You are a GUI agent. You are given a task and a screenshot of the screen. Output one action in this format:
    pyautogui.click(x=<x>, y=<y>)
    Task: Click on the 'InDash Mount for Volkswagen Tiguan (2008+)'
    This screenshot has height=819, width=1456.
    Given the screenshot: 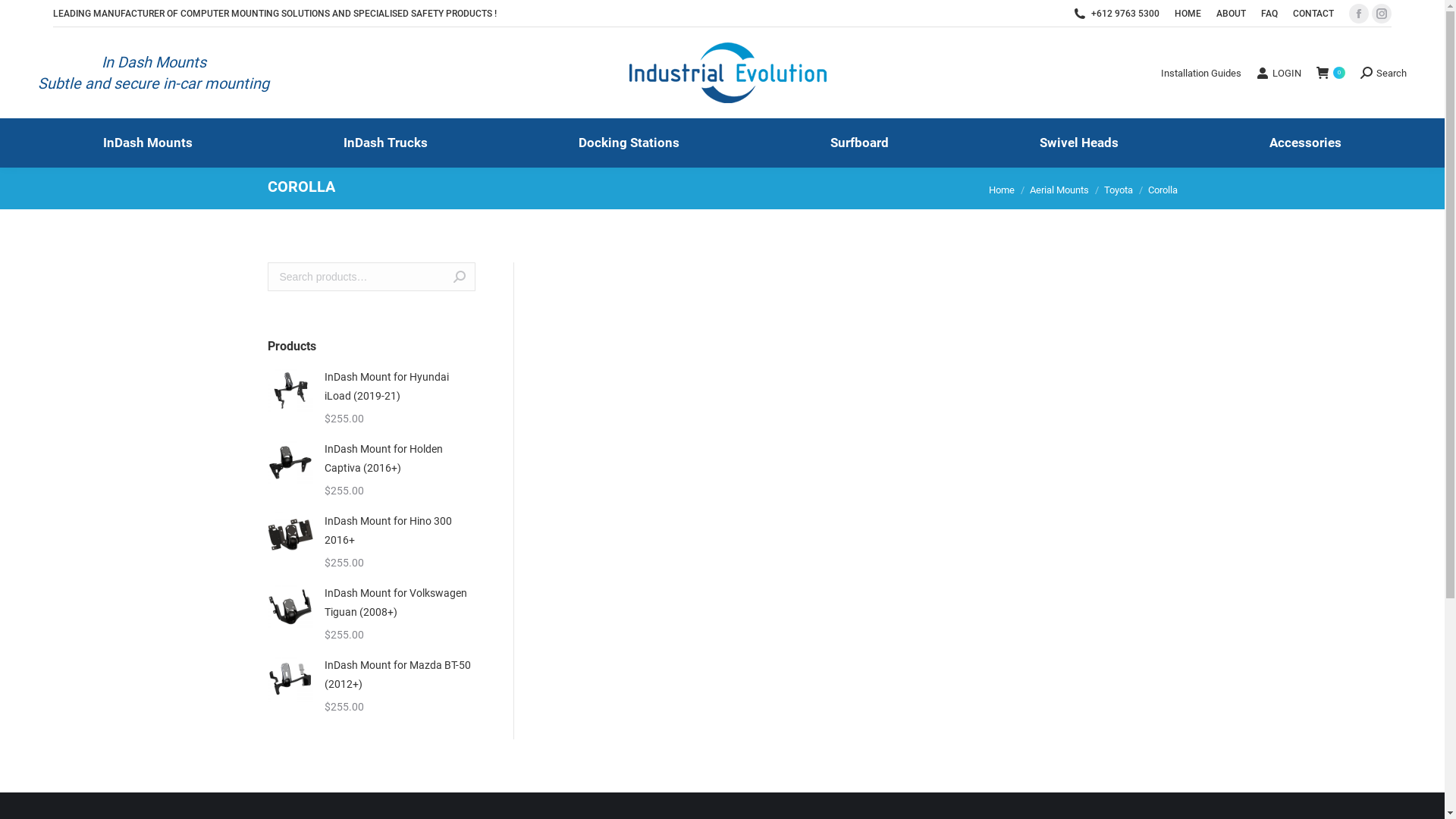 What is the action you would take?
    pyautogui.click(x=400, y=601)
    